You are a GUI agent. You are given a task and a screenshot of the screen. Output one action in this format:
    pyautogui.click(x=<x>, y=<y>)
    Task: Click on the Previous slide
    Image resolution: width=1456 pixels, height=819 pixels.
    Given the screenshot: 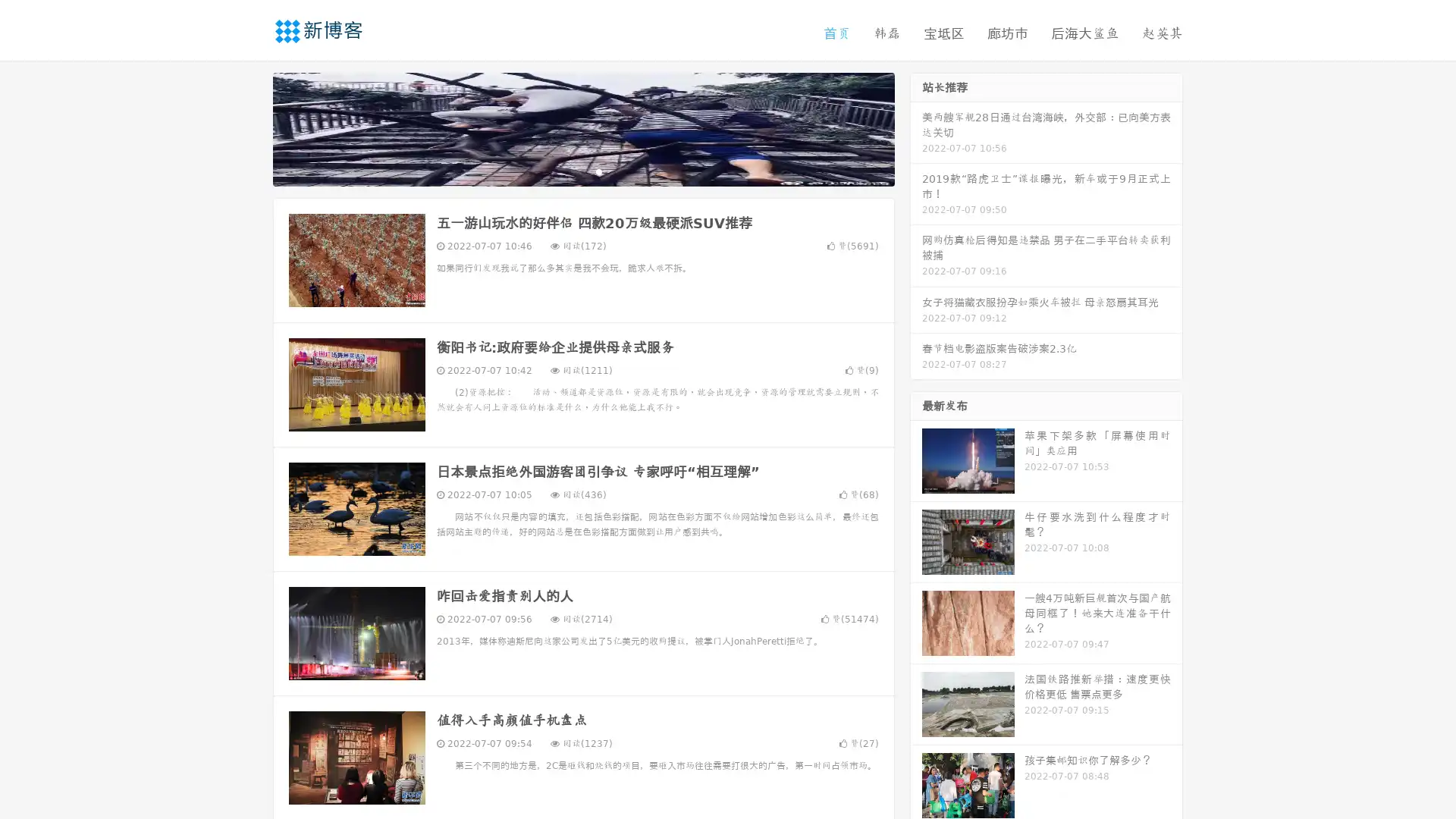 What is the action you would take?
    pyautogui.click(x=250, y=127)
    